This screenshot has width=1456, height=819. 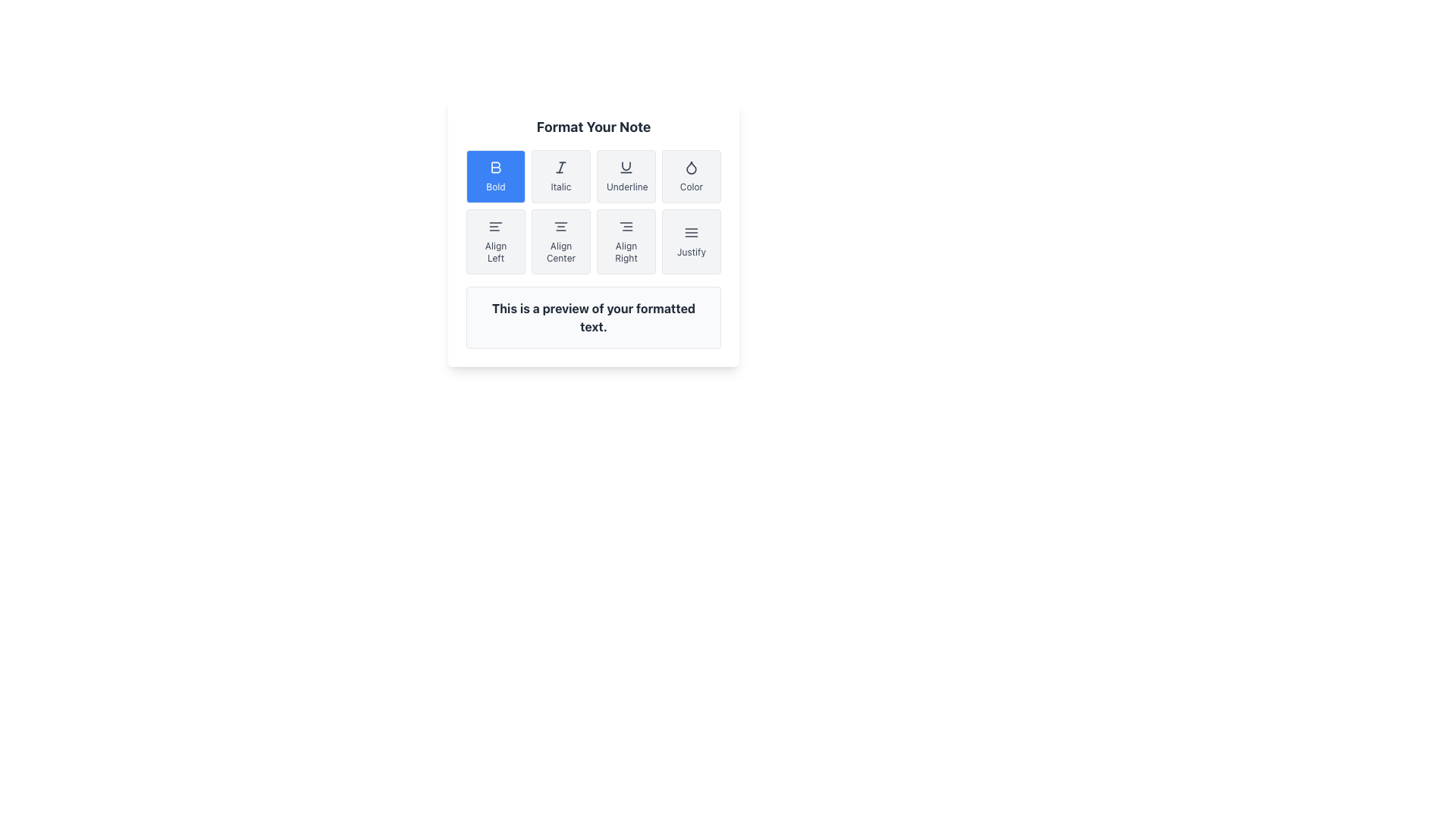 I want to click on the 'Align Left' button, which has rounded borders, a light gray background, an icon of three horizontally aligned lines, and the label 'Align Left' beneath it, so click(x=495, y=241).